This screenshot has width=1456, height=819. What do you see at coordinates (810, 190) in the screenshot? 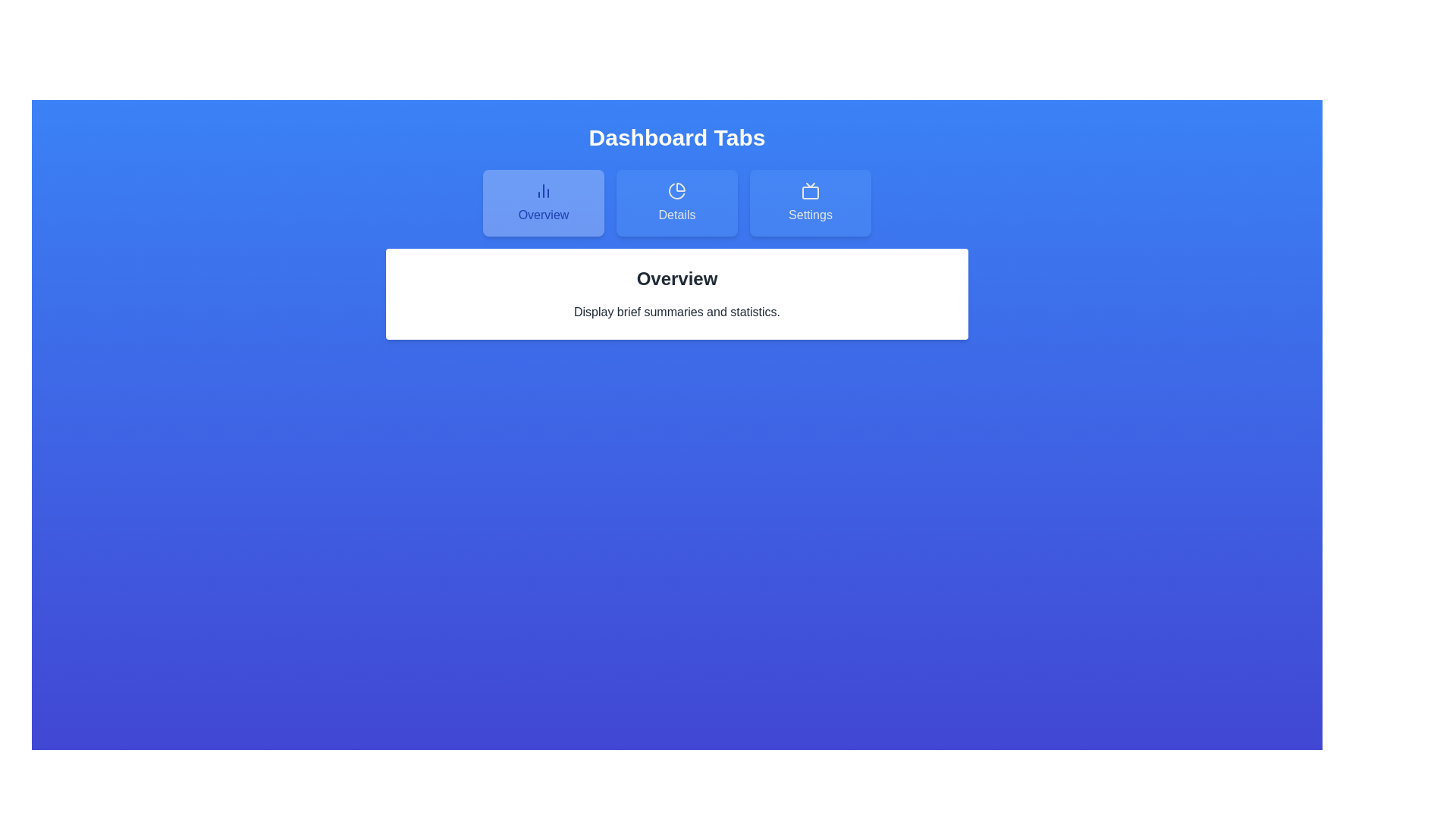
I see `the icon within the tab button labeled Settings` at bounding box center [810, 190].